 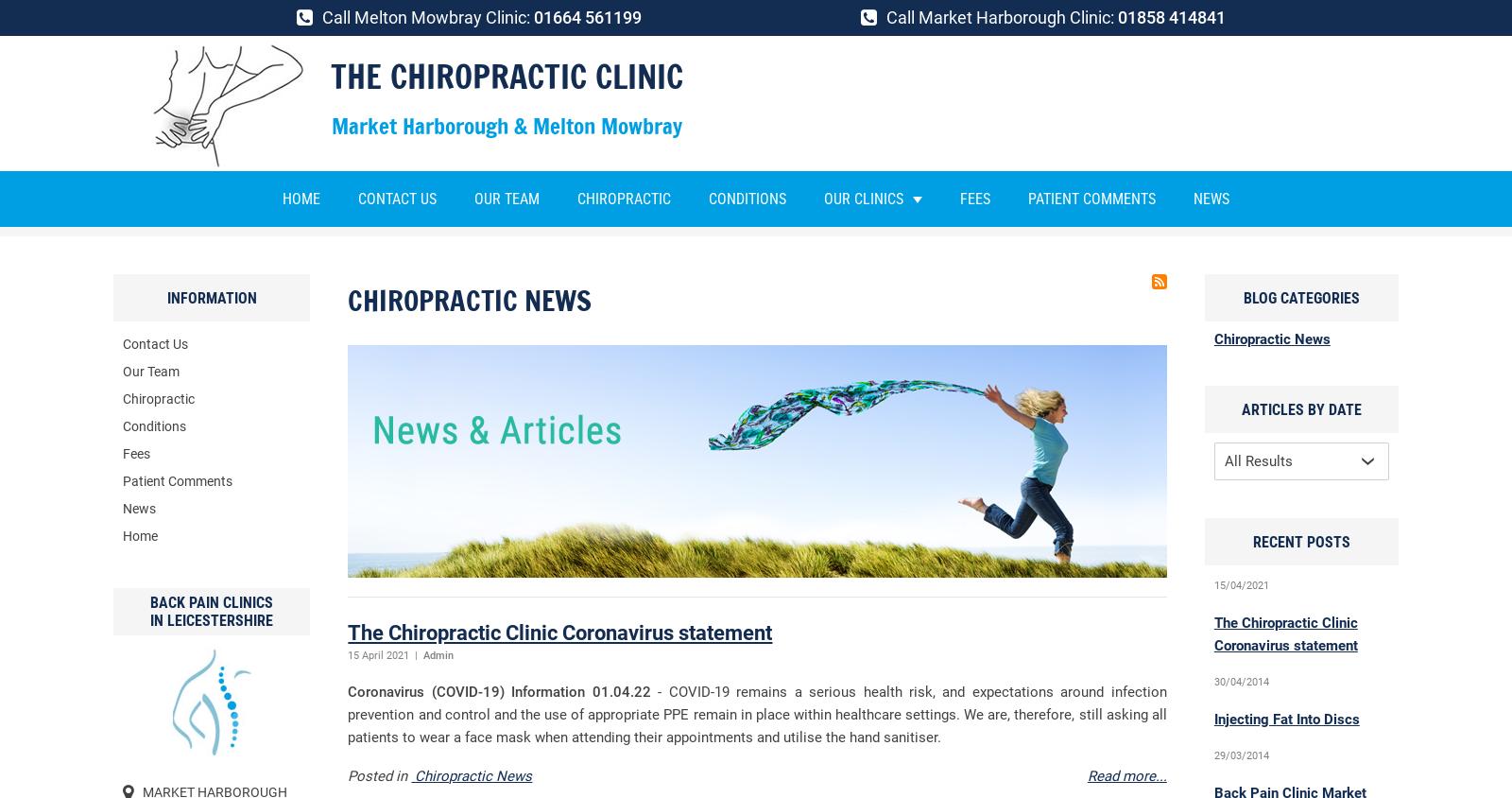 I want to click on 'Recent Posts', so click(x=1299, y=541).